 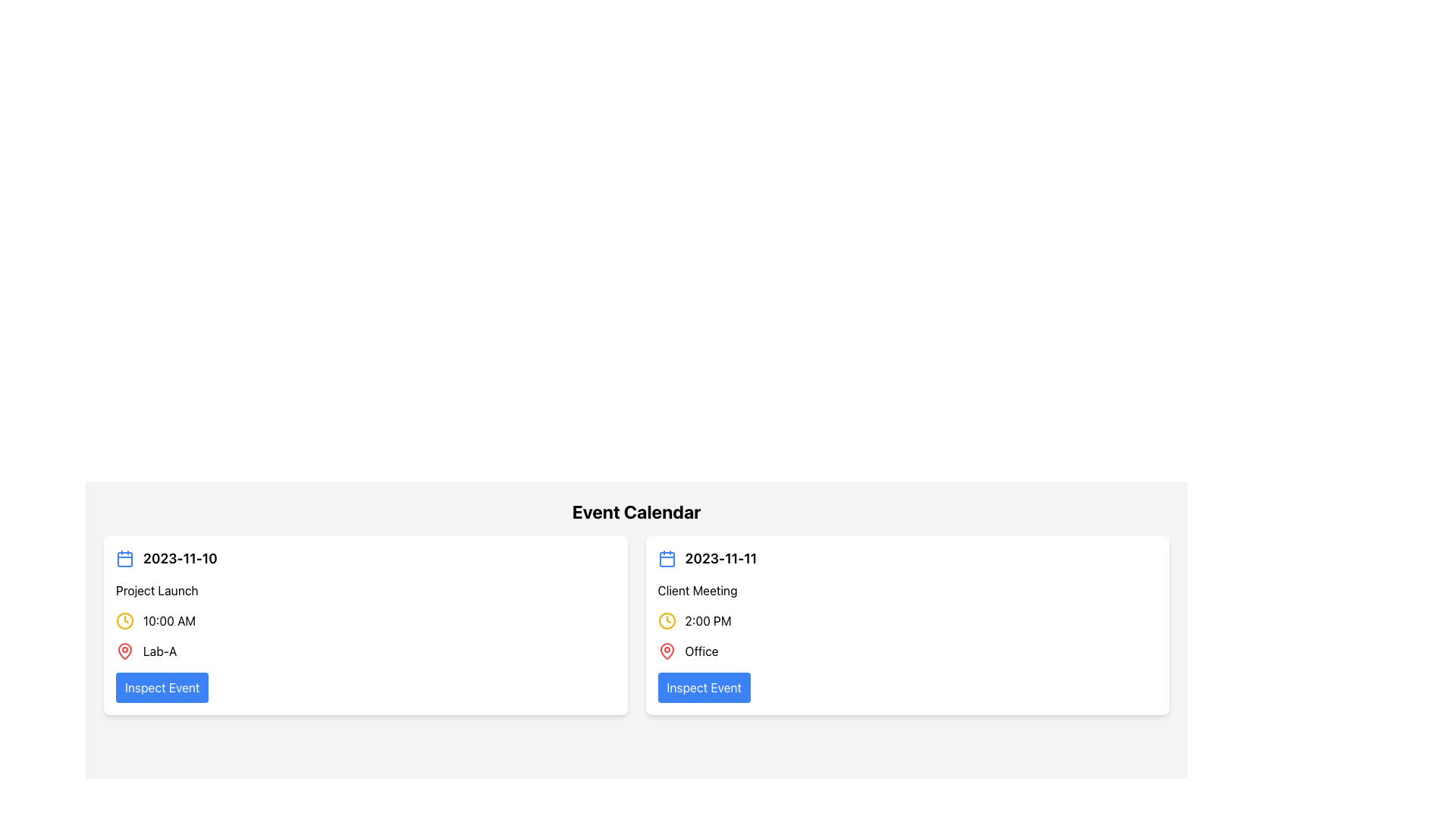 What do you see at coordinates (124, 620) in the screenshot?
I see `clock icon, which is a small yellow icon with a circular border and hands indicating time, located in the left event card next to the text '10:00 AM'` at bounding box center [124, 620].